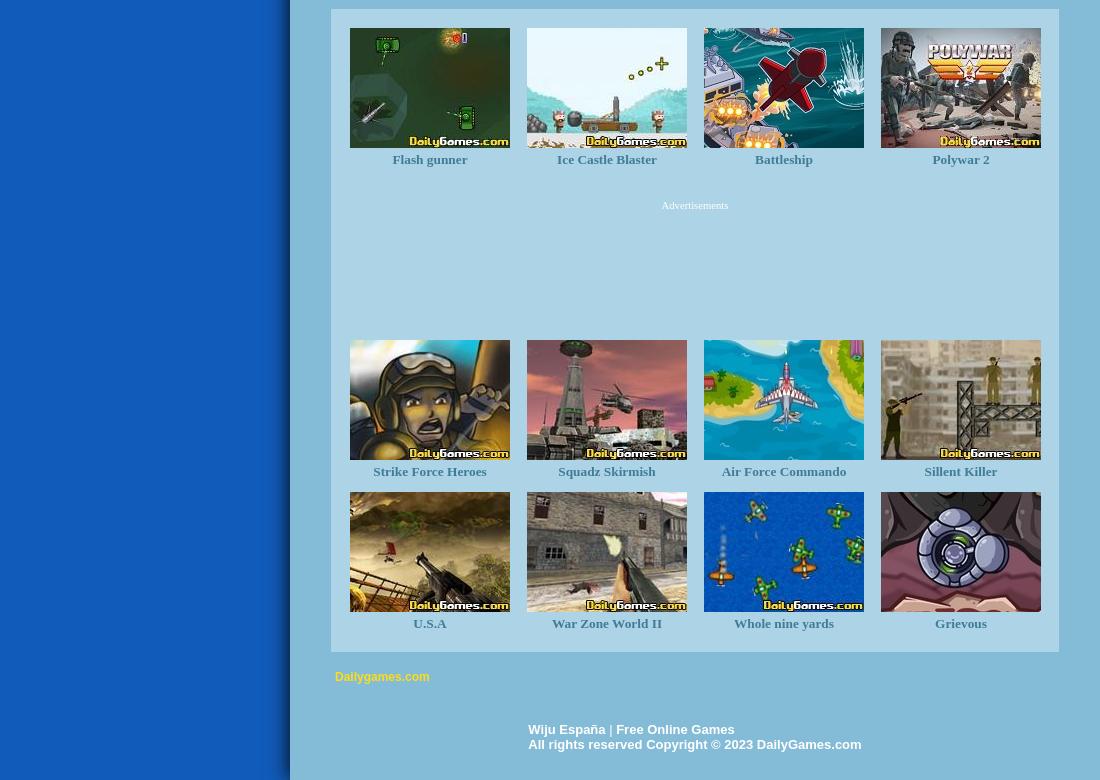 The image size is (1100, 780). What do you see at coordinates (428, 158) in the screenshot?
I see `'Flash gunner'` at bounding box center [428, 158].